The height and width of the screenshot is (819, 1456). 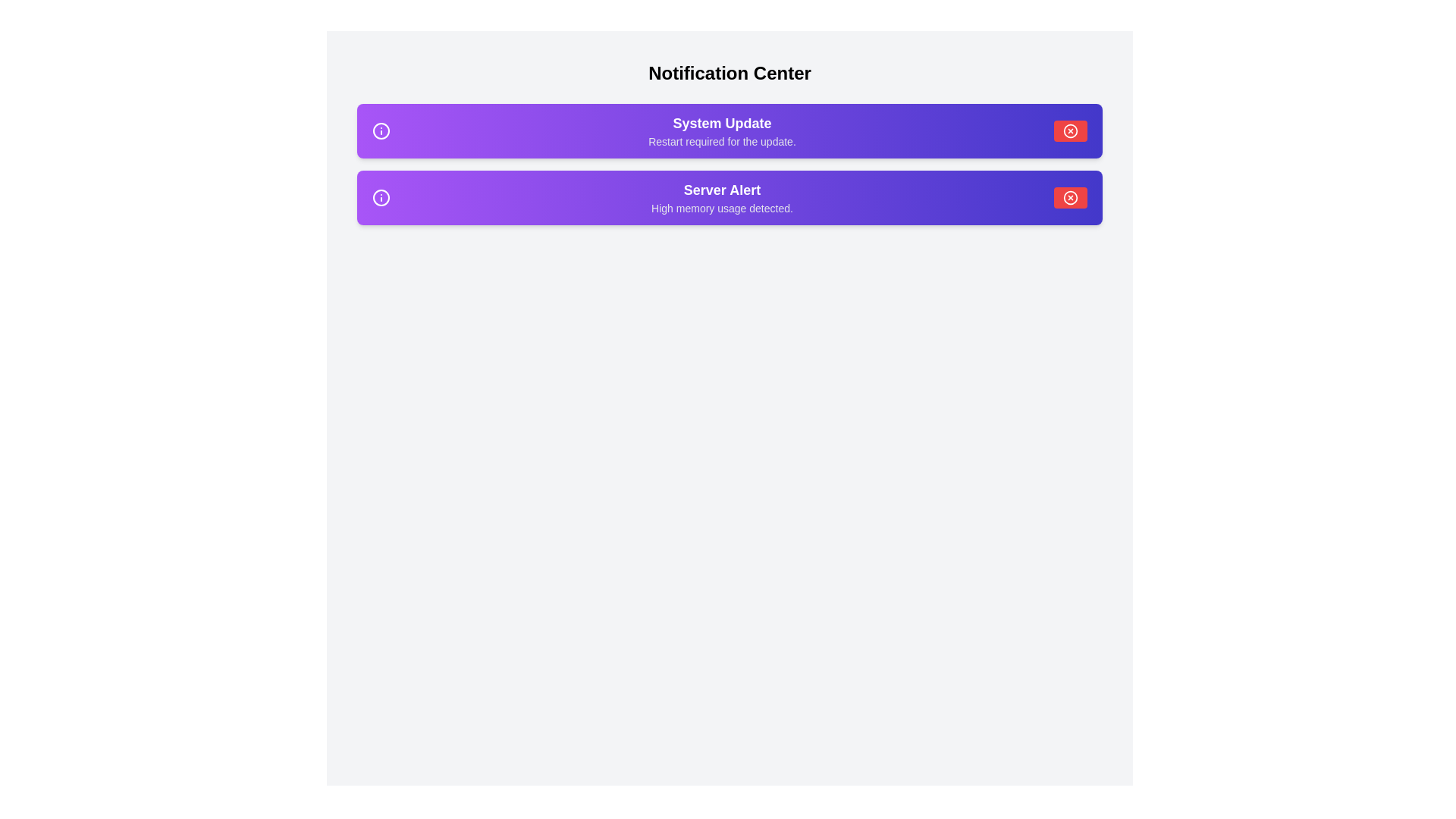 I want to click on the 'System Update' notification to view its details, so click(x=729, y=130).